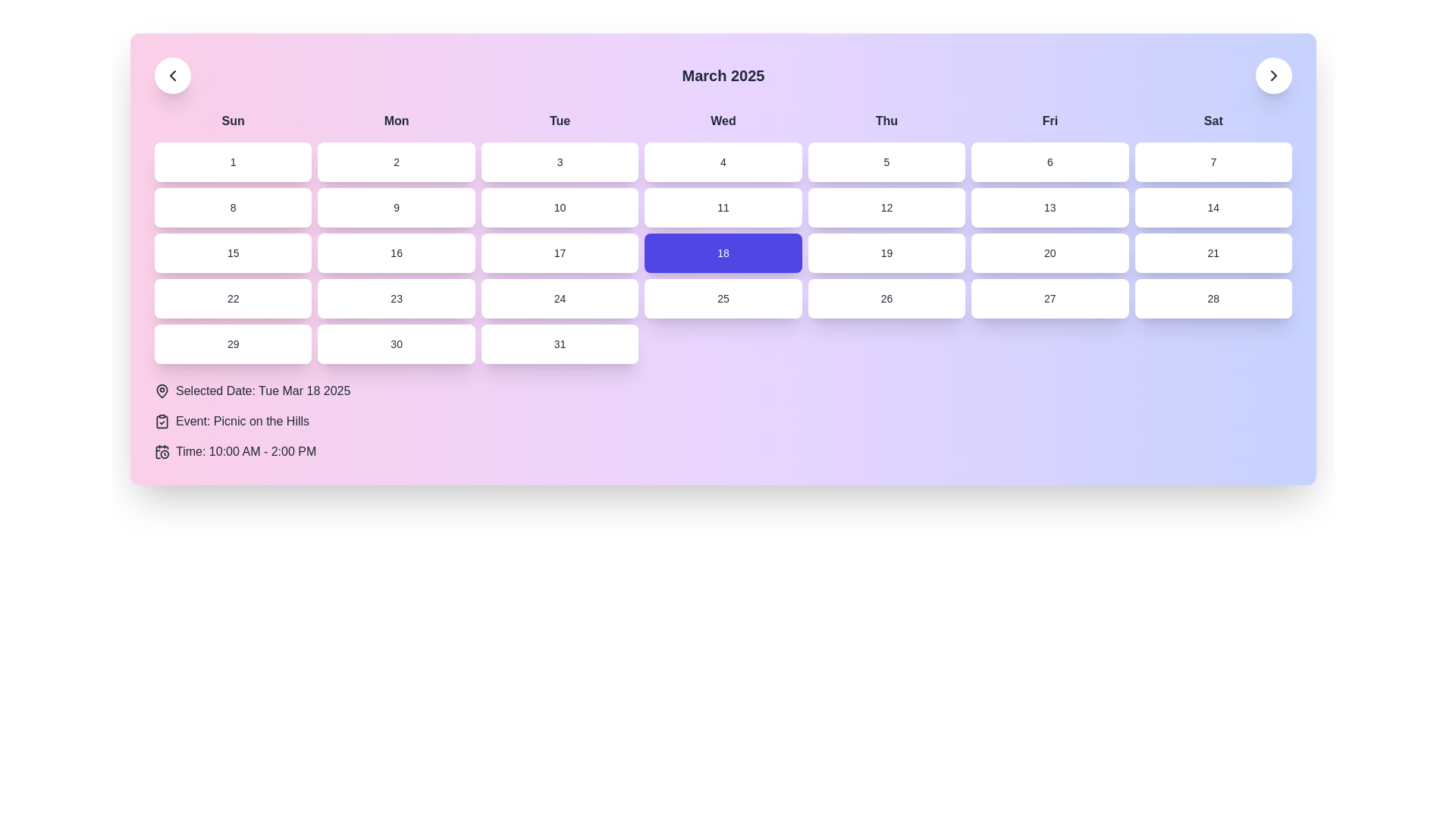 The width and height of the screenshot is (1456, 819). What do you see at coordinates (886, 162) in the screenshot?
I see `the button labeled '5' in the calendar grid` at bounding box center [886, 162].